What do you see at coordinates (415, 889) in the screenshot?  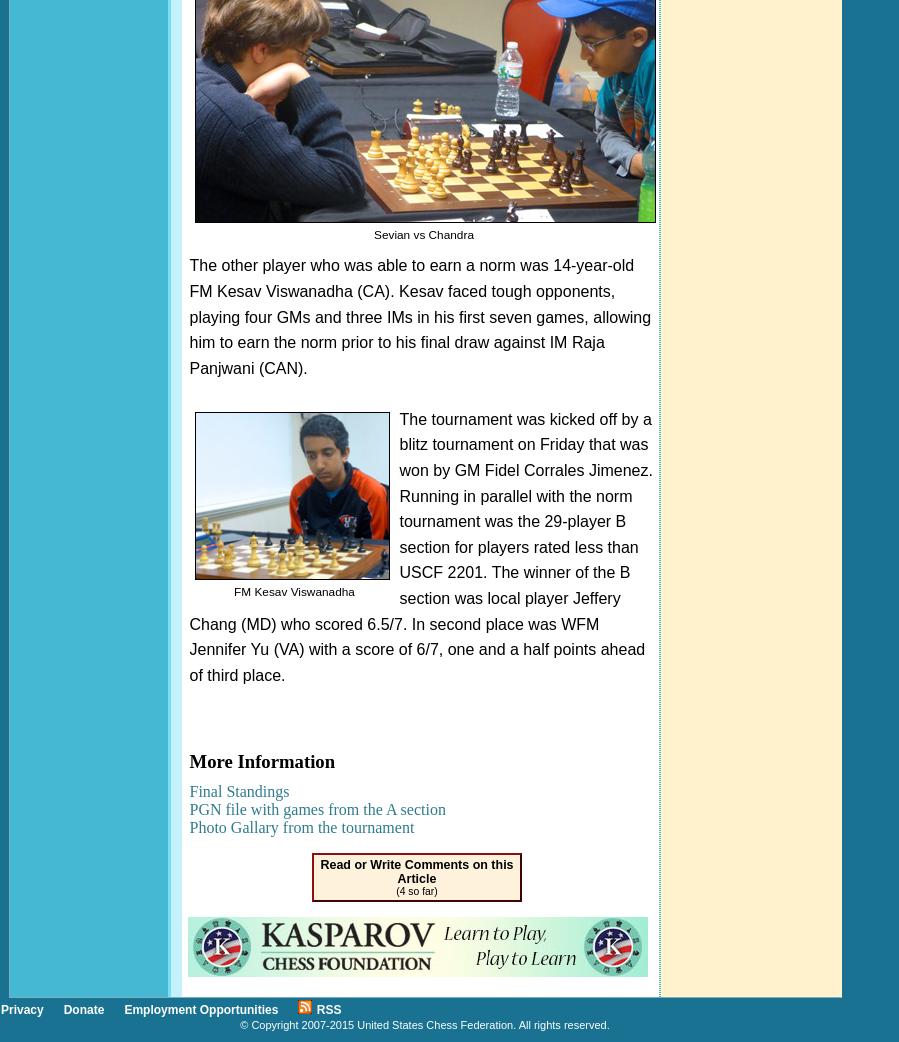 I see `'(4 so far)'` at bounding box center [415, 889].